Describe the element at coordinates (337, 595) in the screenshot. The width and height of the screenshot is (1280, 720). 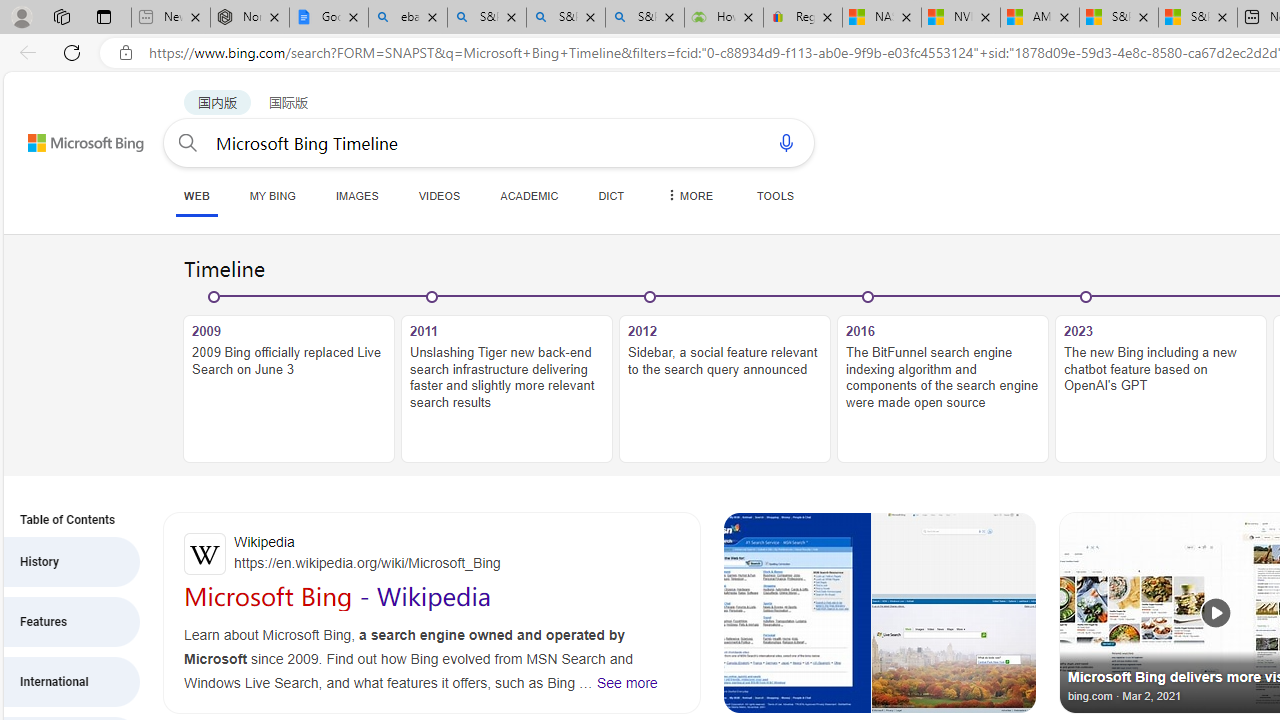
I see `'Microsoft Bing - Wikipedia'` at that location.